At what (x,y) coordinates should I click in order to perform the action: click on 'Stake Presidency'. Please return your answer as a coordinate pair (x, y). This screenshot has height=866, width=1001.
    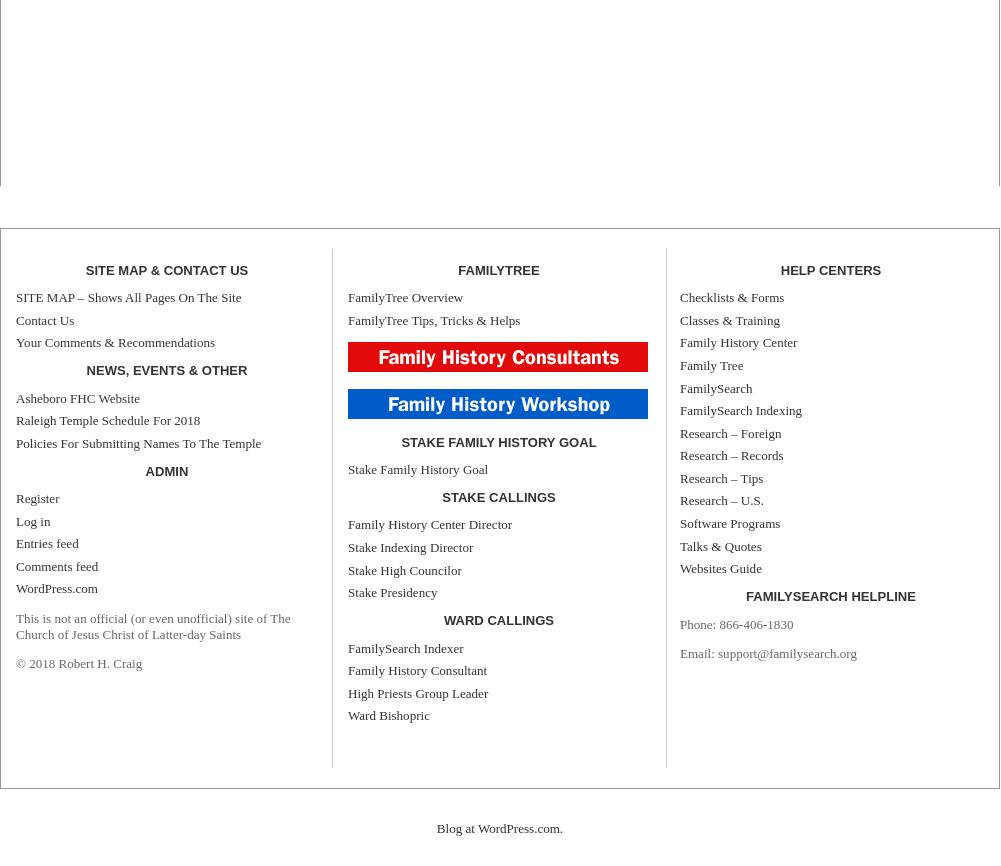
    Looking at the image, I should click on (391, 592).